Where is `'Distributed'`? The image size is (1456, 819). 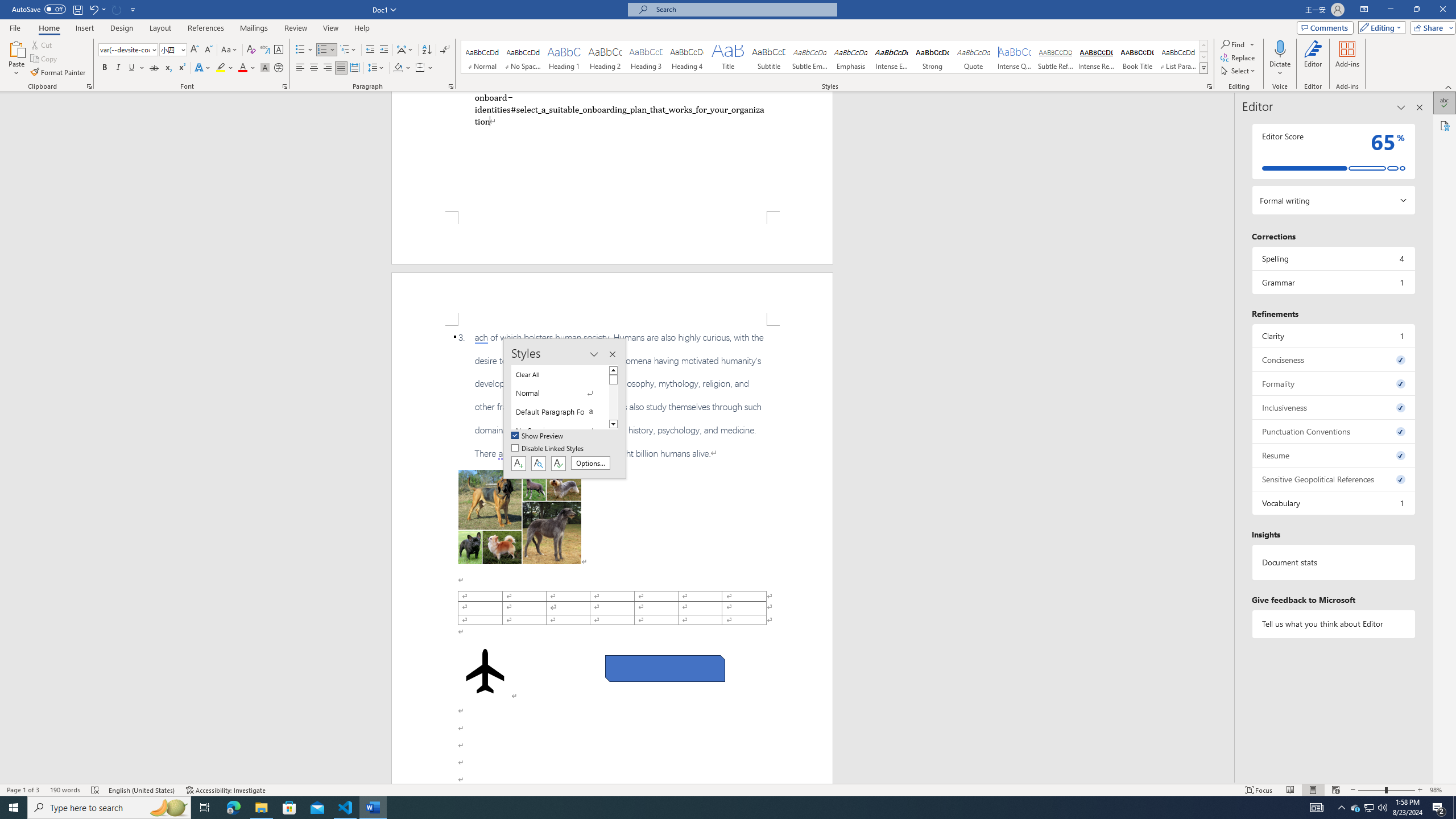
'Distributed' is located at coordinates (354, 67).